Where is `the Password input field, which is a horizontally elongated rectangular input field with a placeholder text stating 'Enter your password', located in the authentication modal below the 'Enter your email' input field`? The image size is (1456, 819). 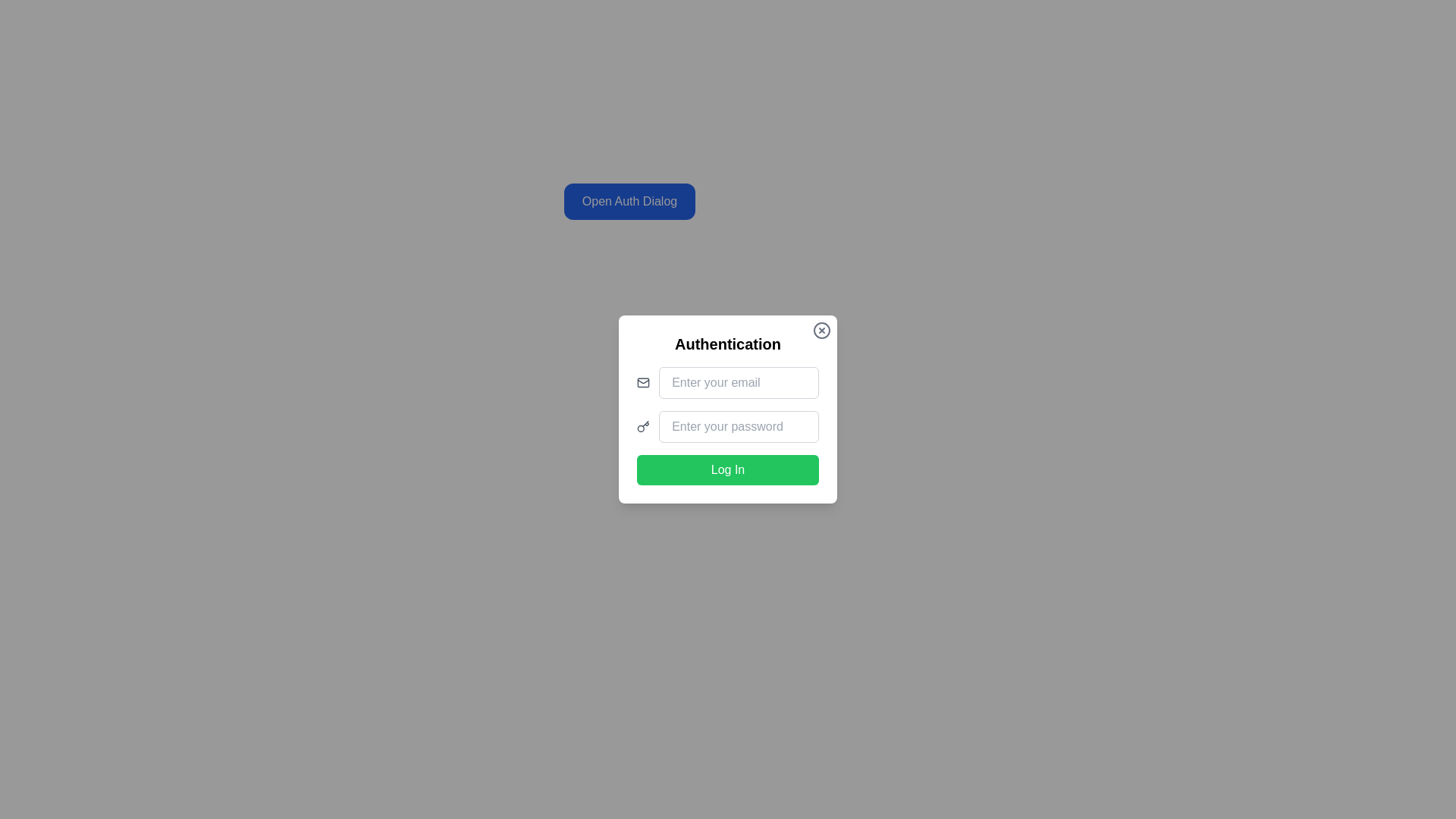
the Password input field, which is a horizontally elongated rectangular input field with a placeholder text stating 'Enter your password', located in the authentication modal below the 'Enter your email' input field is located at coordinates (739, 427).